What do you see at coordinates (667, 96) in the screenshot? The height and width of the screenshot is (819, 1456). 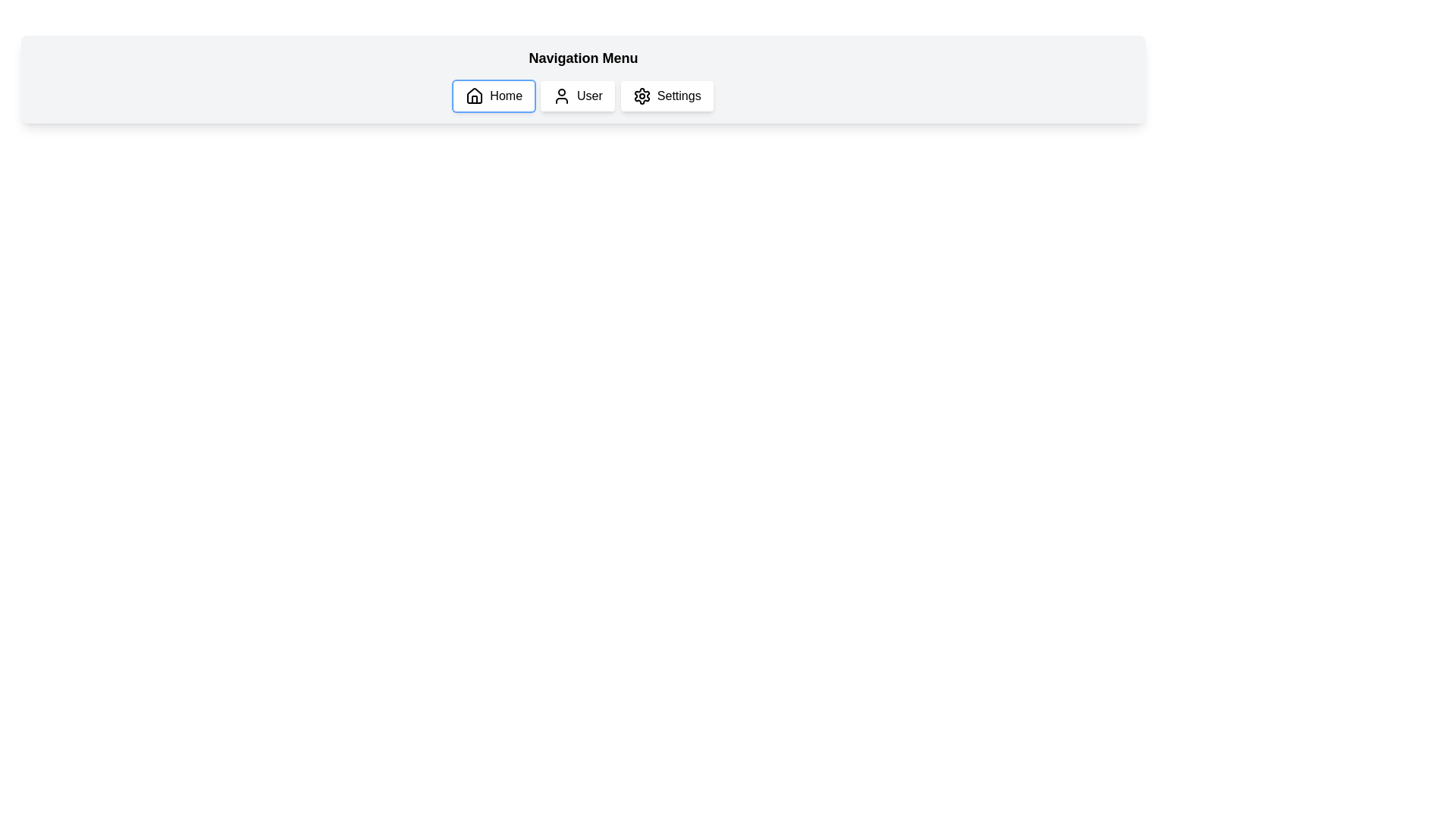 I see `the 'Settings' button, which is the third button in the navigation menu` at bounding box center [667, 96].